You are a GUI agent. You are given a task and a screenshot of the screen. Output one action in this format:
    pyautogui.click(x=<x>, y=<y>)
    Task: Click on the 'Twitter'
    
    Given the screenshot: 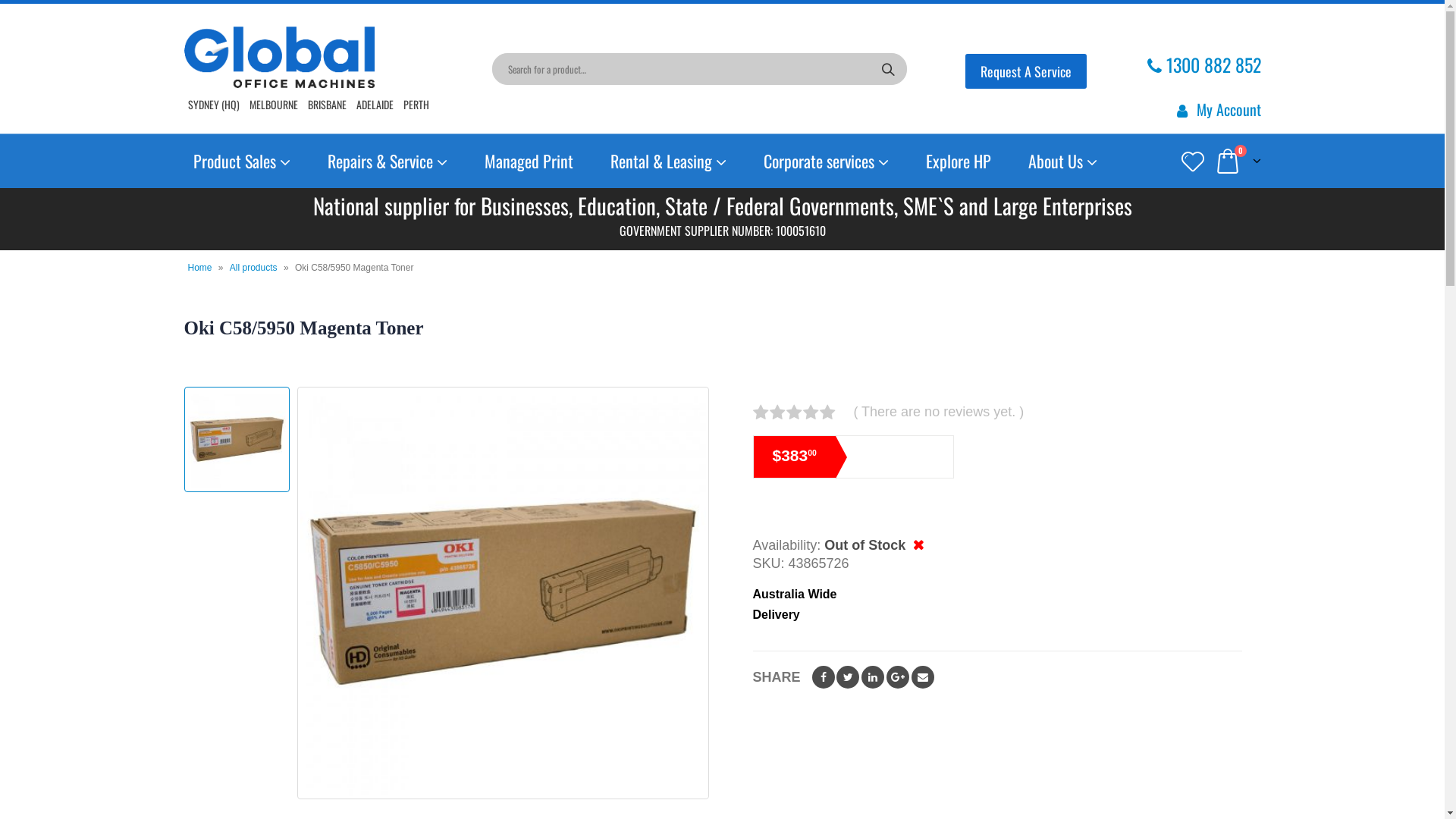 What is the action you would take?
    pyautogui.click(x=847, y=676)
    